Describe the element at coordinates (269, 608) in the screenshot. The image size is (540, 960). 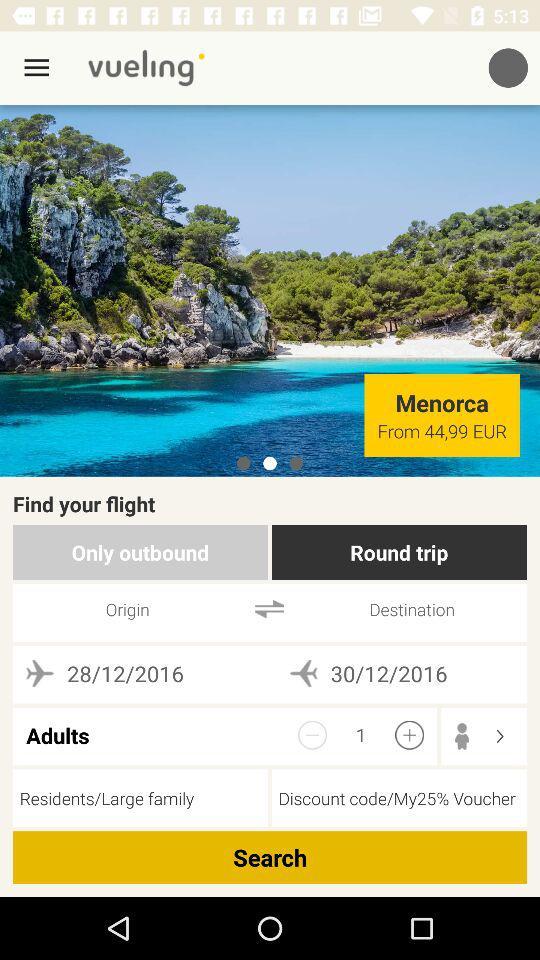
I see `icon next to the origin icon` at that location.